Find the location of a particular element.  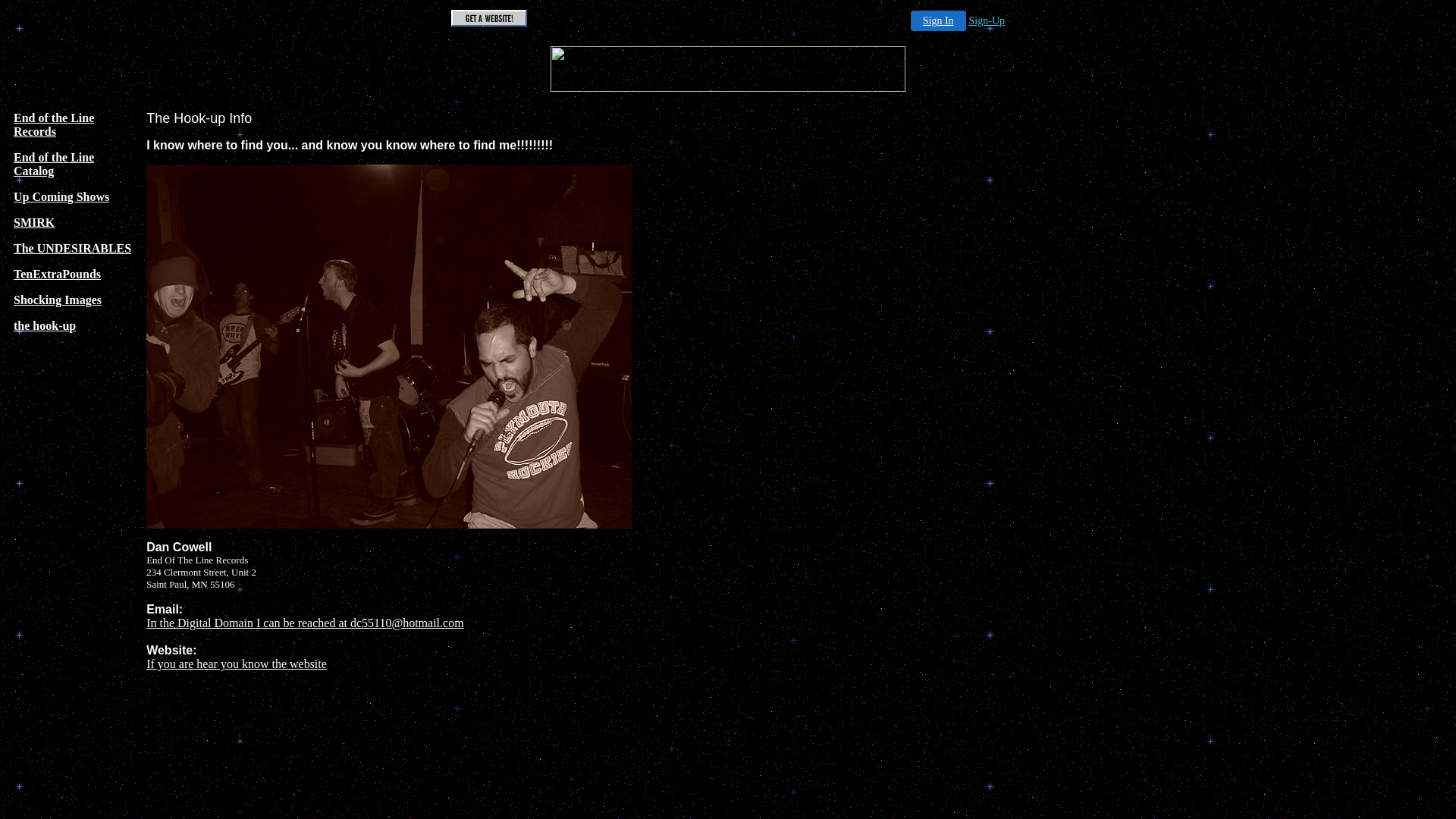

'The UNDESIRABLES' is located at coordinates (71, 247).